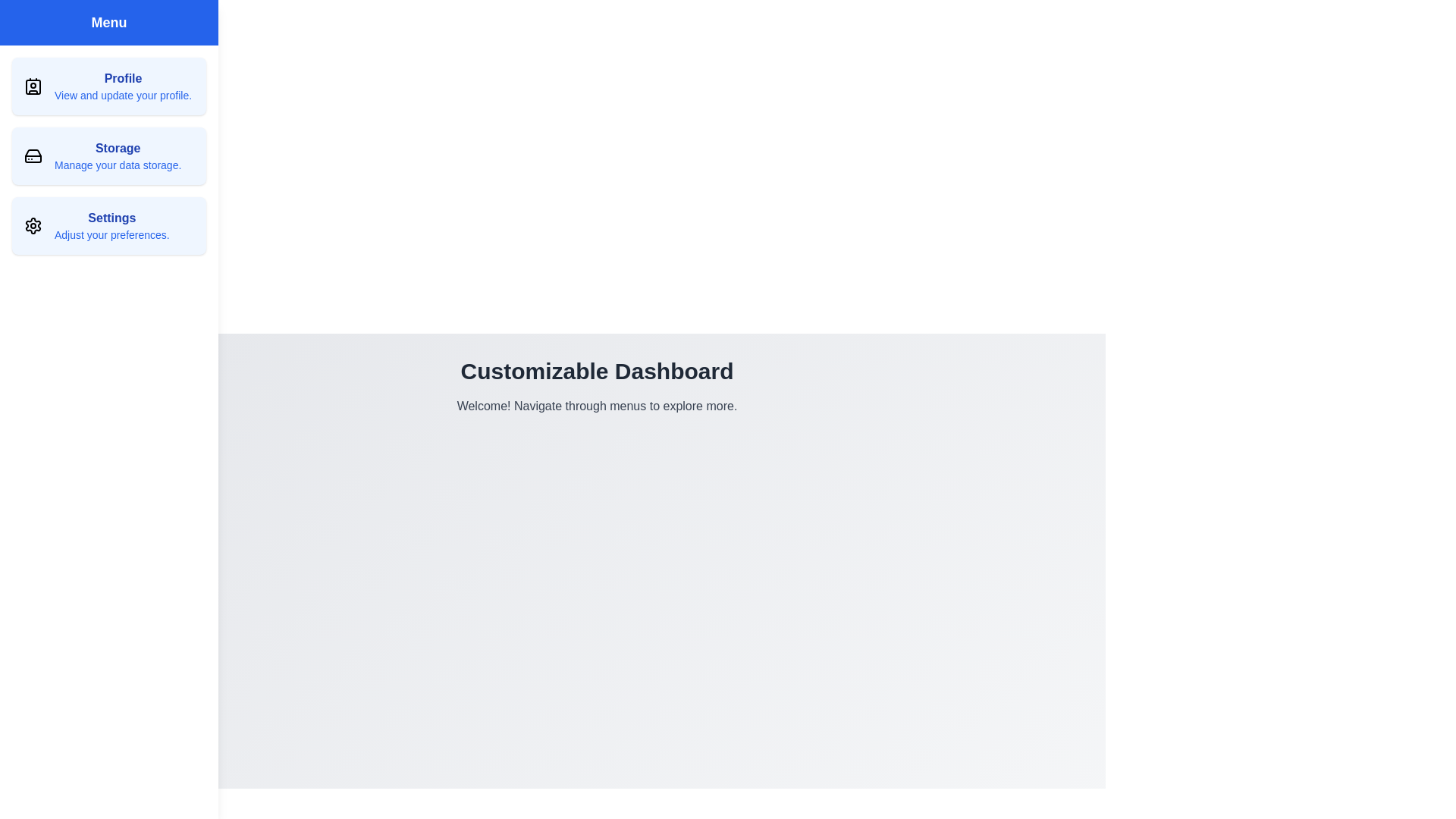 The height and width of the screenshot is (819, 1456). What do you see at coordinates (108, 225) in the screenshot?
I see `the 'Settings' menu item` at bounding box center [108, 225].